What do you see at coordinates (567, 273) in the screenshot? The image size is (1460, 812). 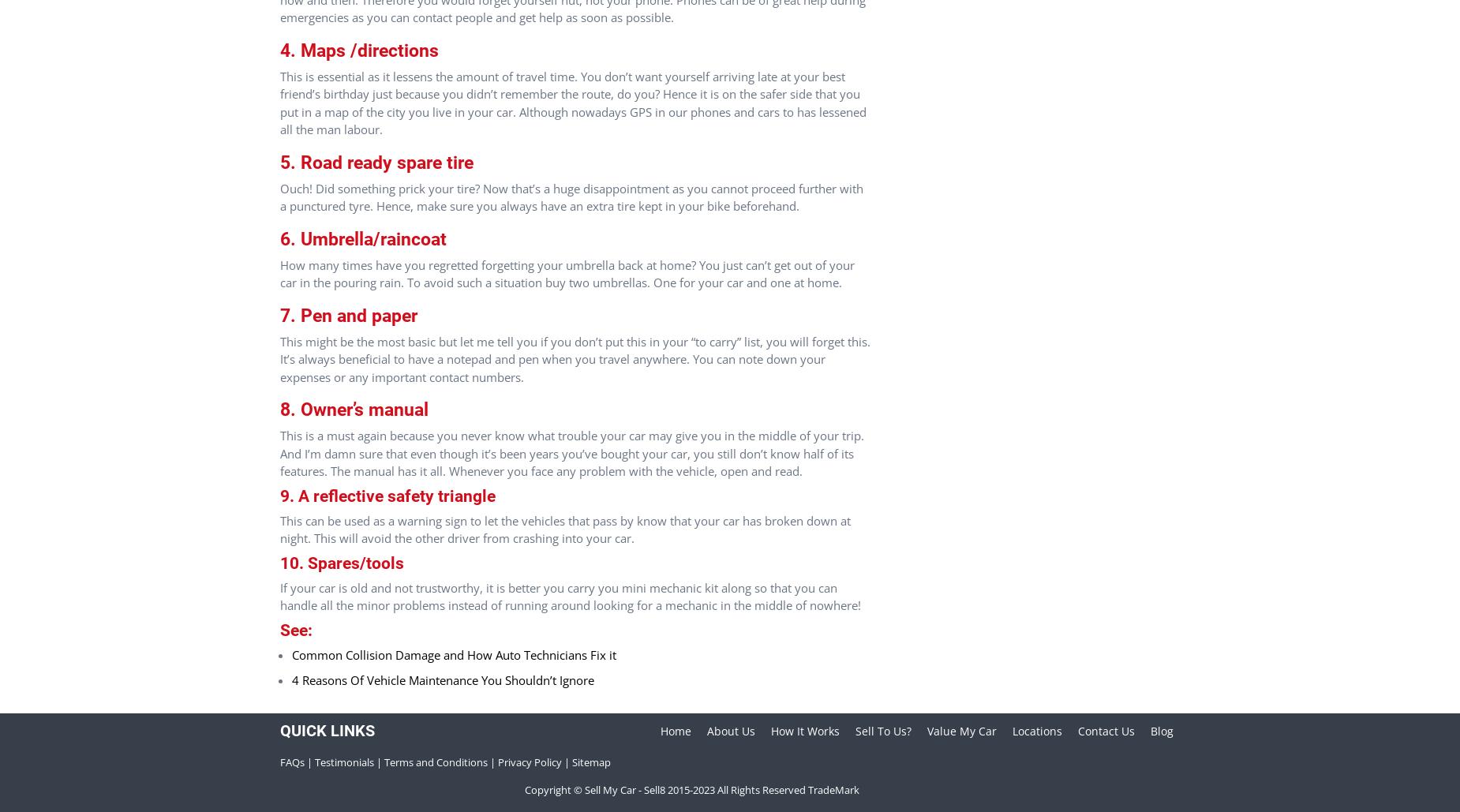 I see `'How many times have you regretted forgetting your umbrella back at home? You just can’t get out of your car in the pouring rain. To avoid such a situation buy two umbrellas. One for your car and one at home.'` at bounding box center [567, 273].